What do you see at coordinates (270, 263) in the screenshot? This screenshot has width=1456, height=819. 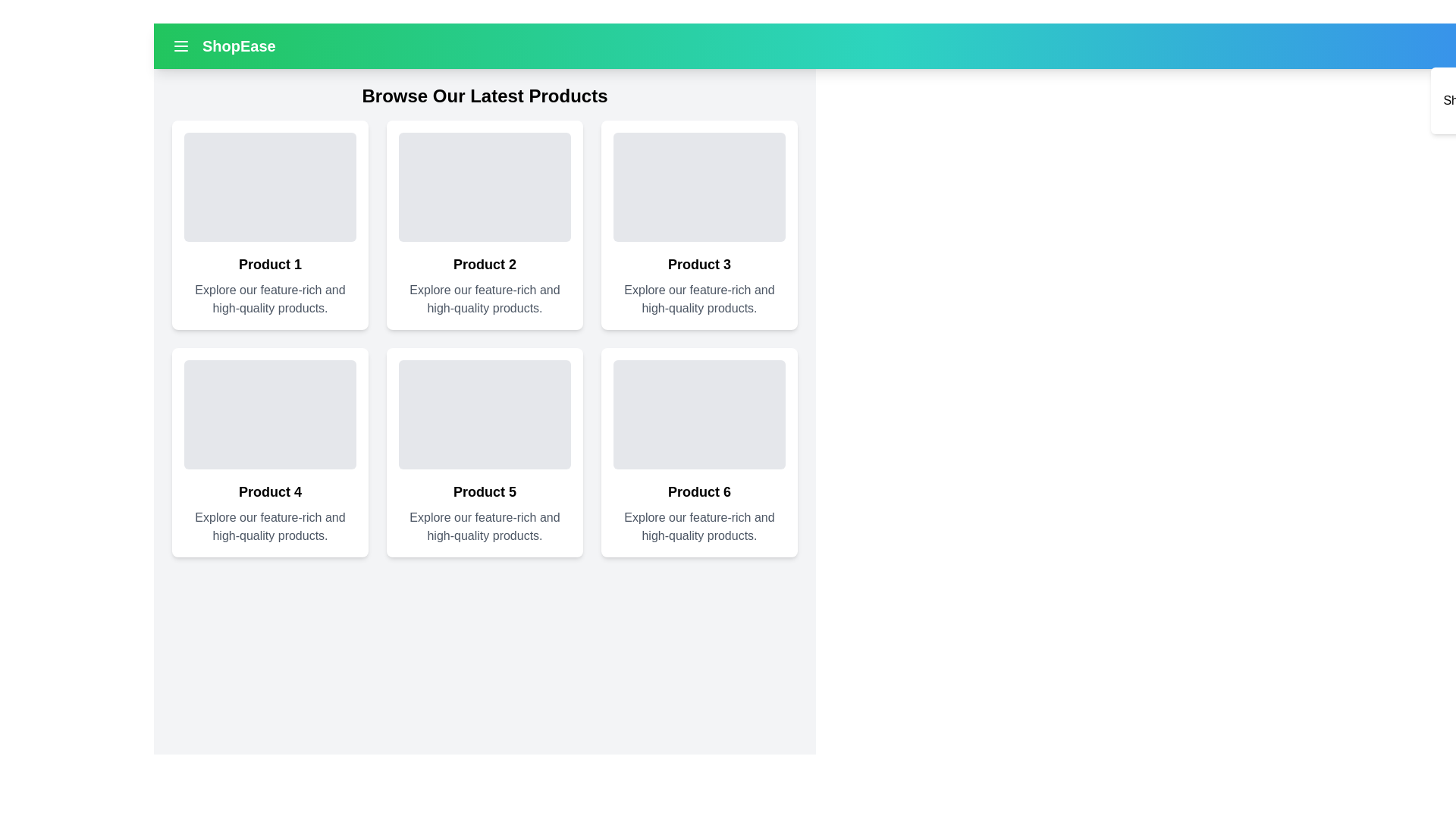 I see `the bold-styled text label 'Product 1' which is centered horizontally within its card` at bounding box center [270, 263].